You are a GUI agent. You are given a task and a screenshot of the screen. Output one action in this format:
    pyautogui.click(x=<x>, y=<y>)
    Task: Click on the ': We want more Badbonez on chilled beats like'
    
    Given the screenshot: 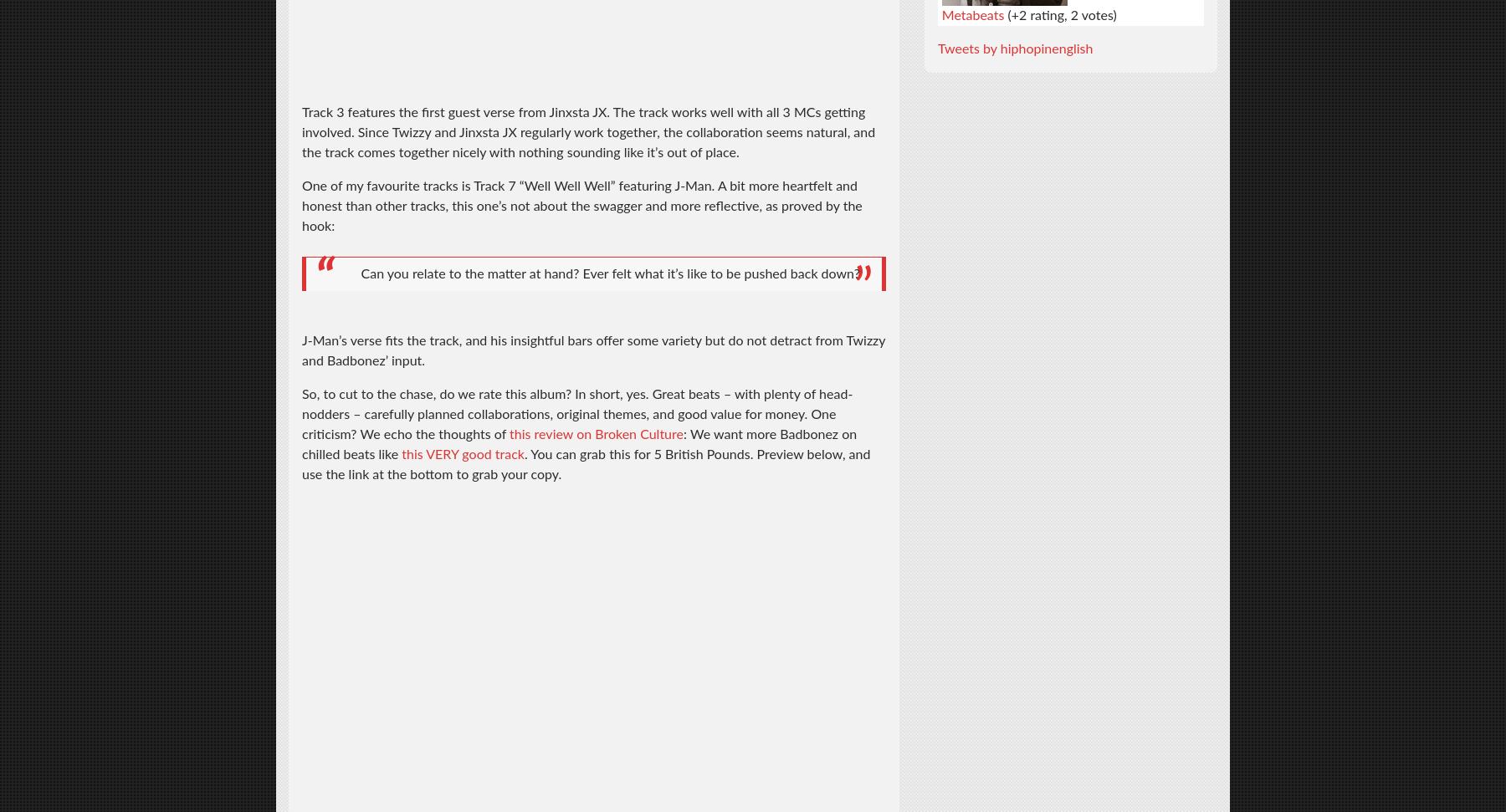 What is the action you would take?
    pyautogui.click(x=578, y=443)
    